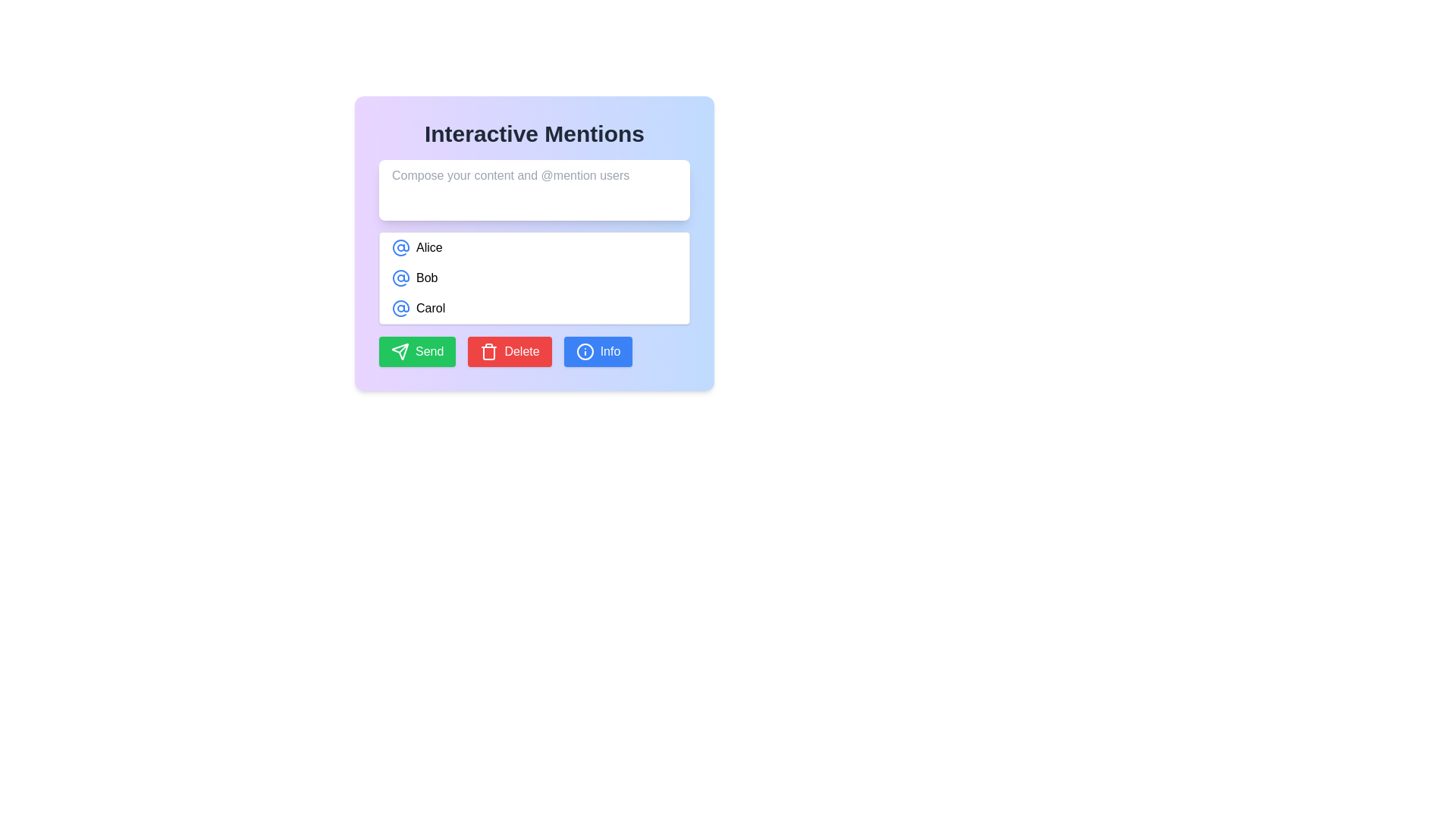 The image size is (1456, 819). Describe the element at coordinates (417, 351) in the screenshot. I see `the green button labeled 'Send' with a paper plane icon` at that location.